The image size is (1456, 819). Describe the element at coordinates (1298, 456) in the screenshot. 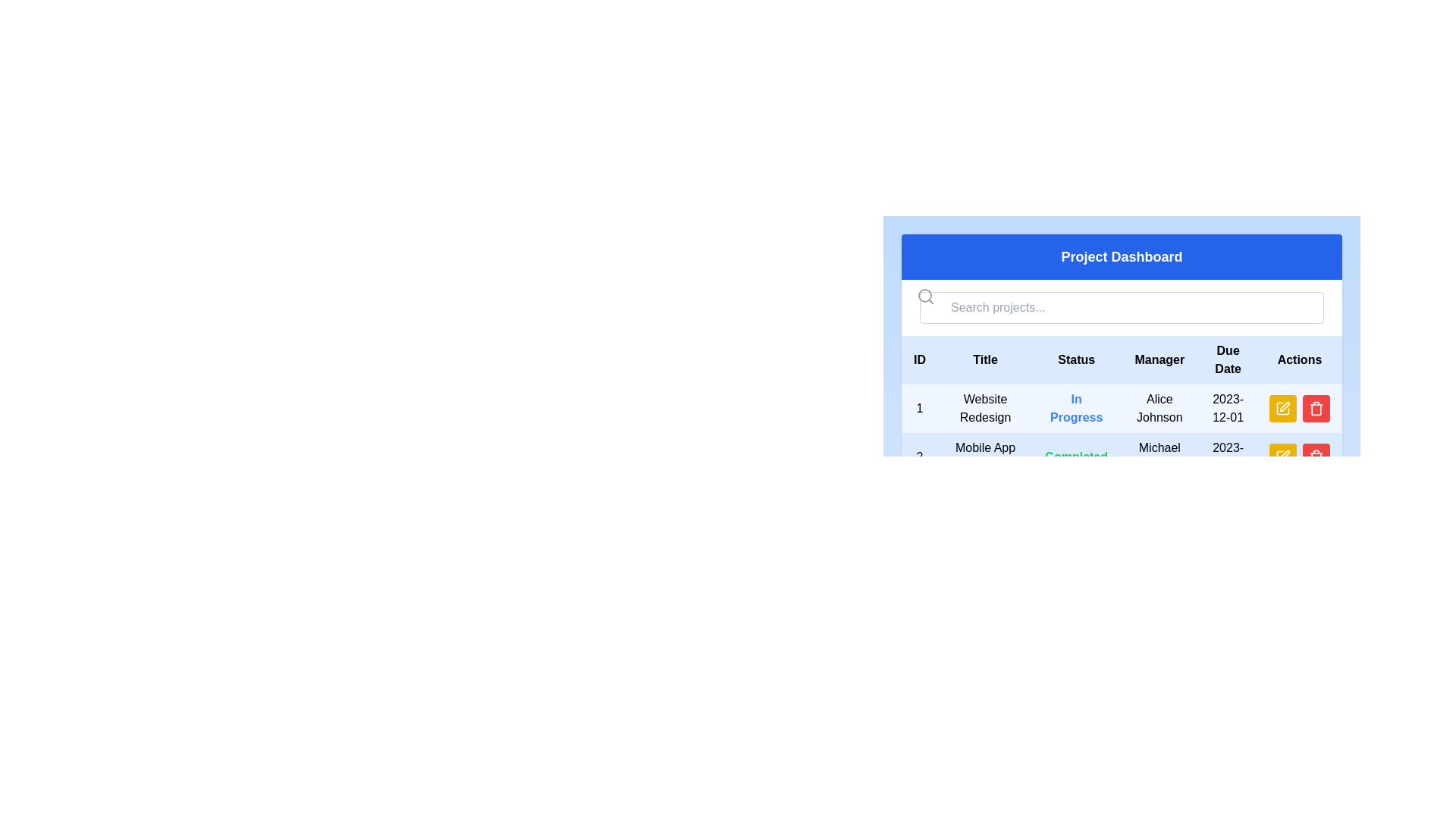

I see `the edit button located in the second row of the table under the 'Actions' column` at that location.